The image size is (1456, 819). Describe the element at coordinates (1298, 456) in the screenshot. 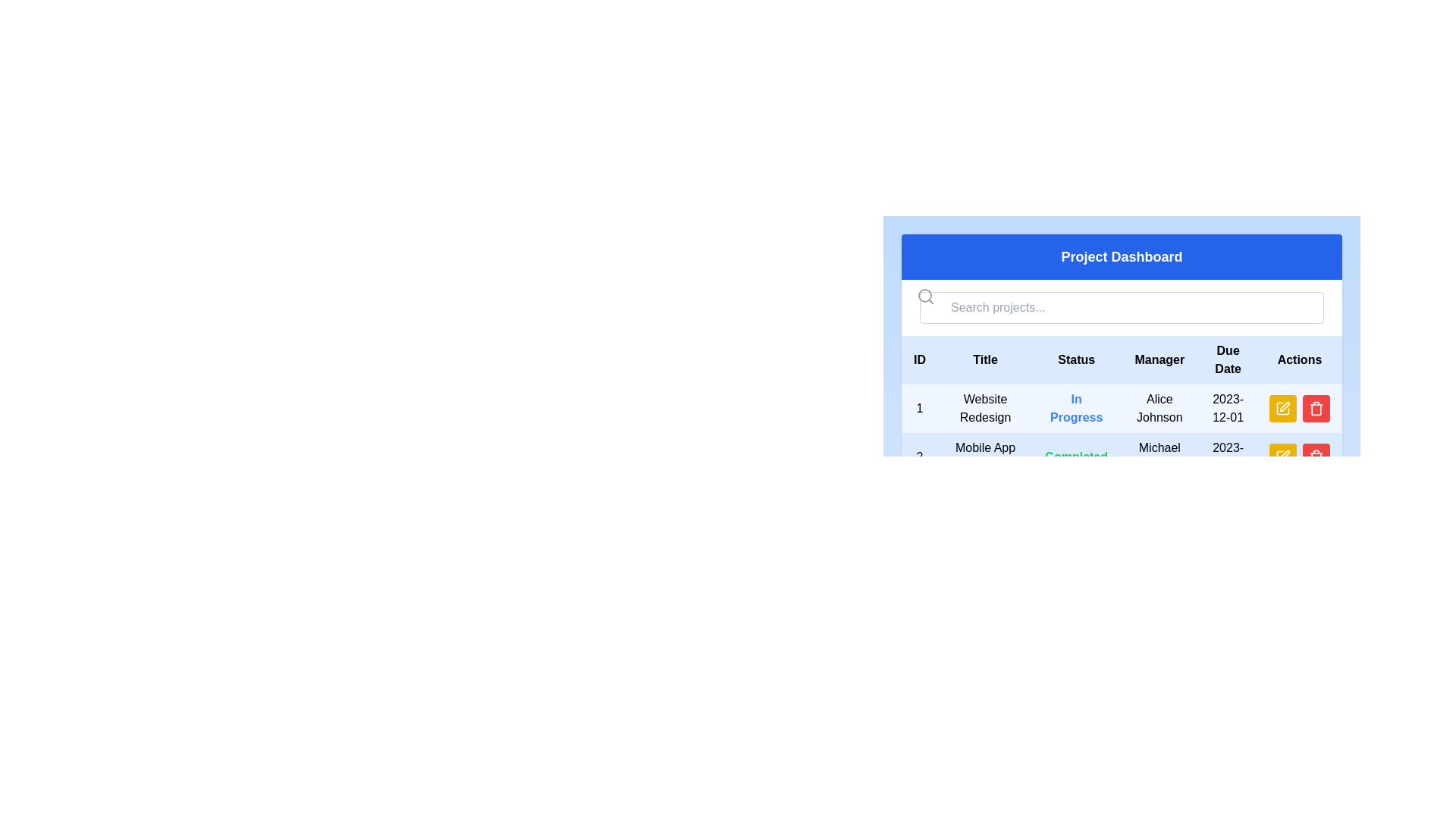

I see `the edit button located in the second row of the table under the 'Actions' column` at that location.